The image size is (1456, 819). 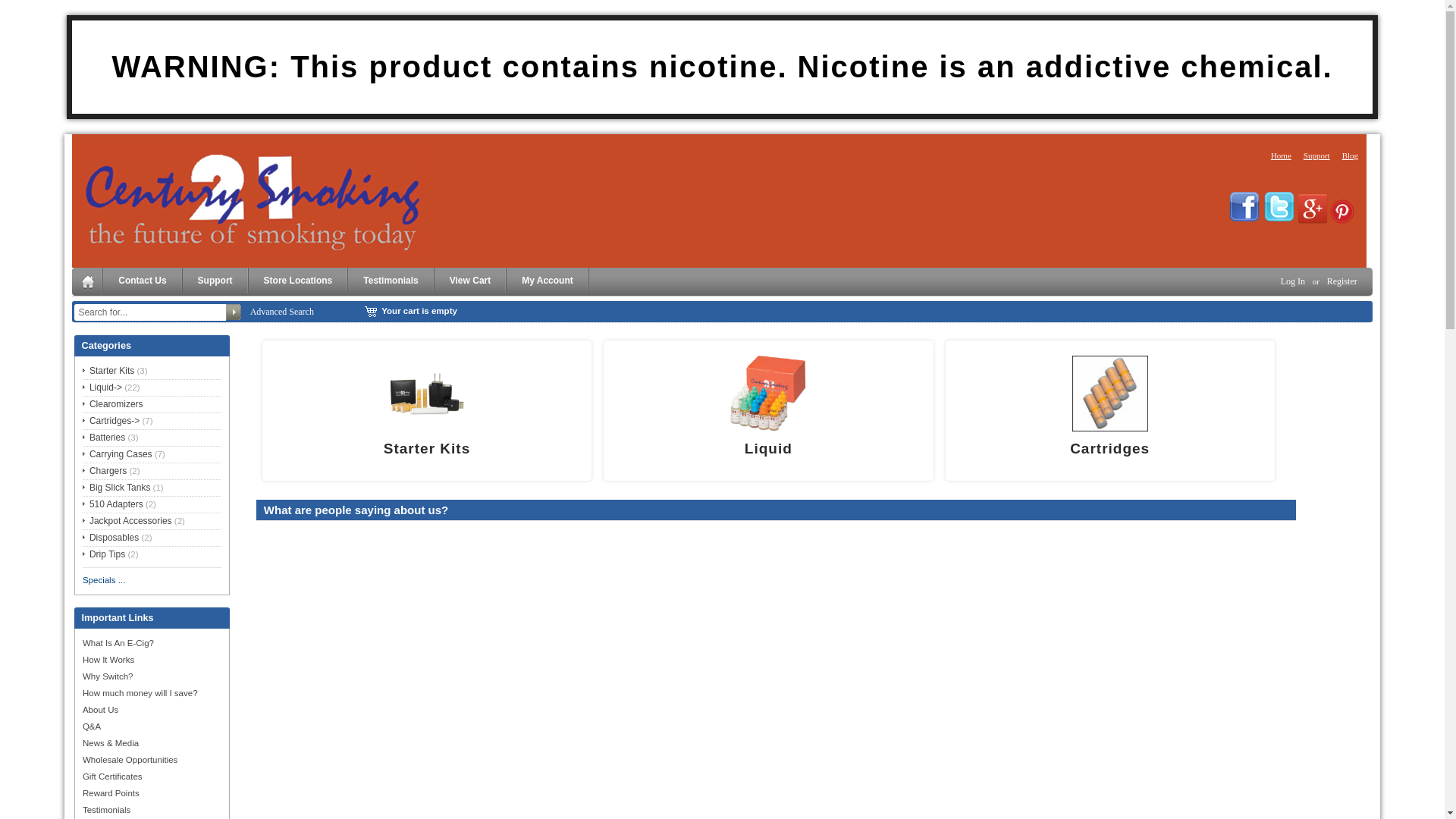 What do you see at coordinates (383, 447) in the screenshot?
I see `'Starter Kits'` at bounding box center [383, 447].